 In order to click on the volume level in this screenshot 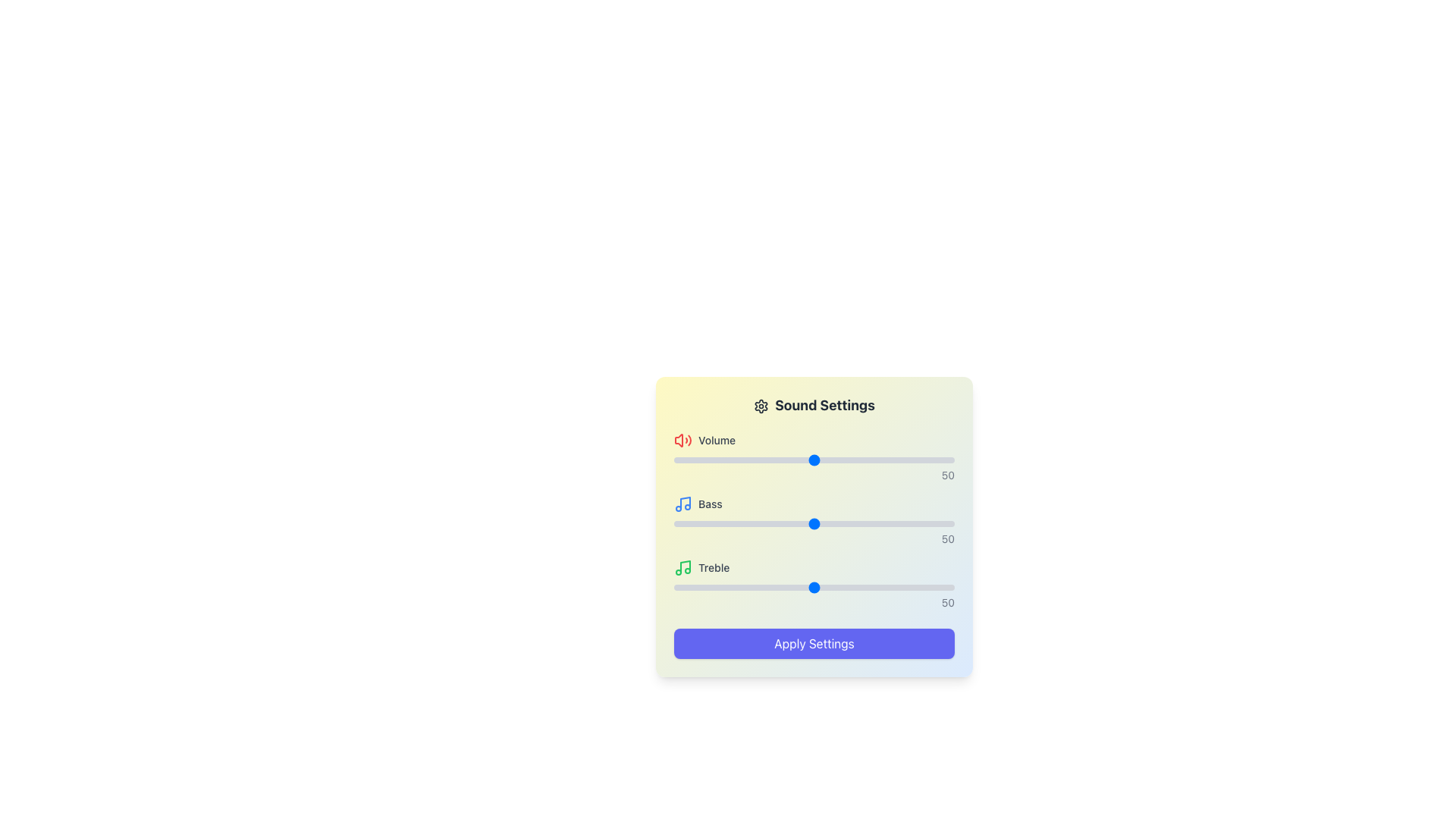, I will do `click(775, 459)`.